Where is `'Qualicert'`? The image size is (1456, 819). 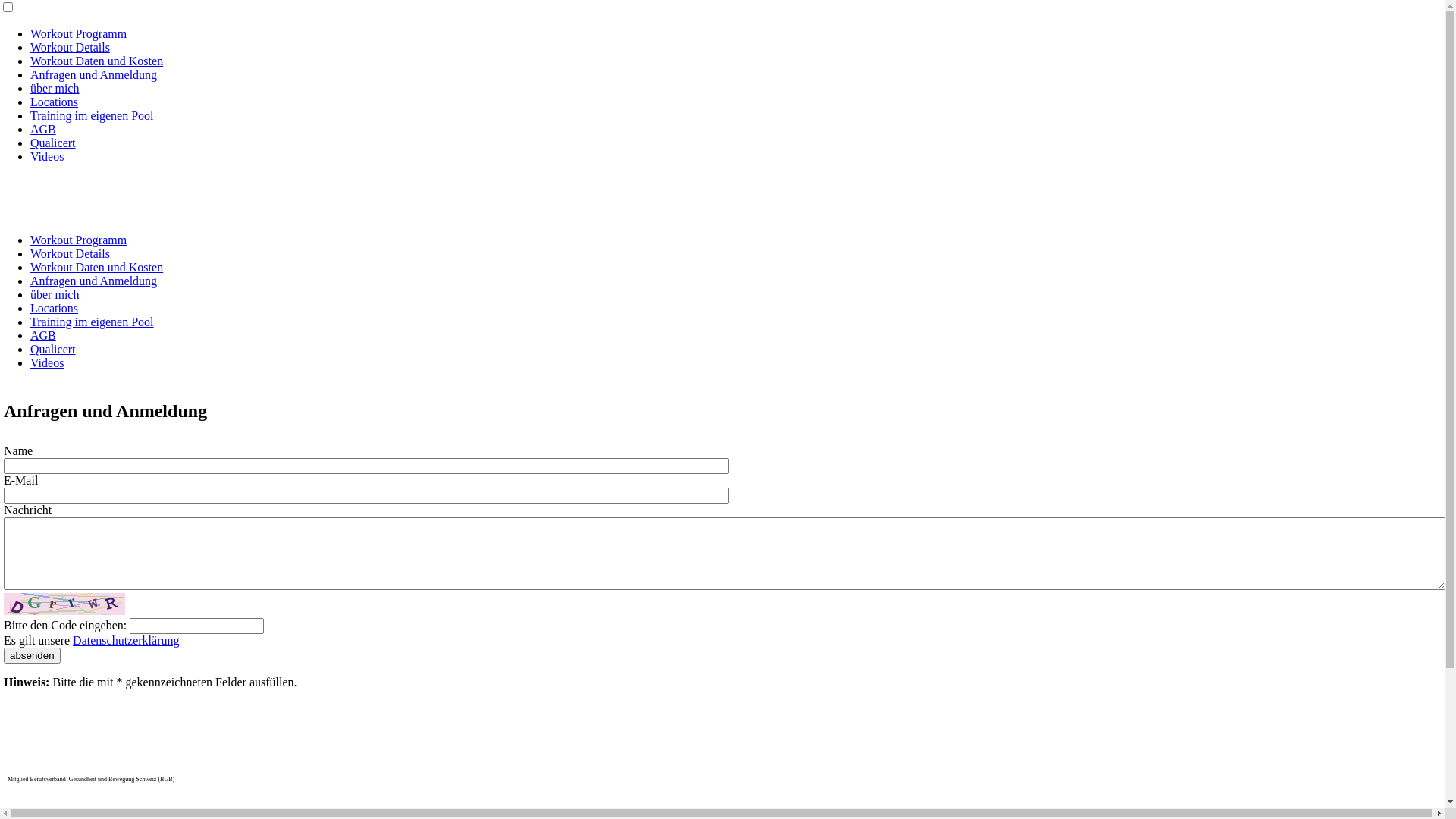 'Qualicert' is located at coordinates (53, 349).